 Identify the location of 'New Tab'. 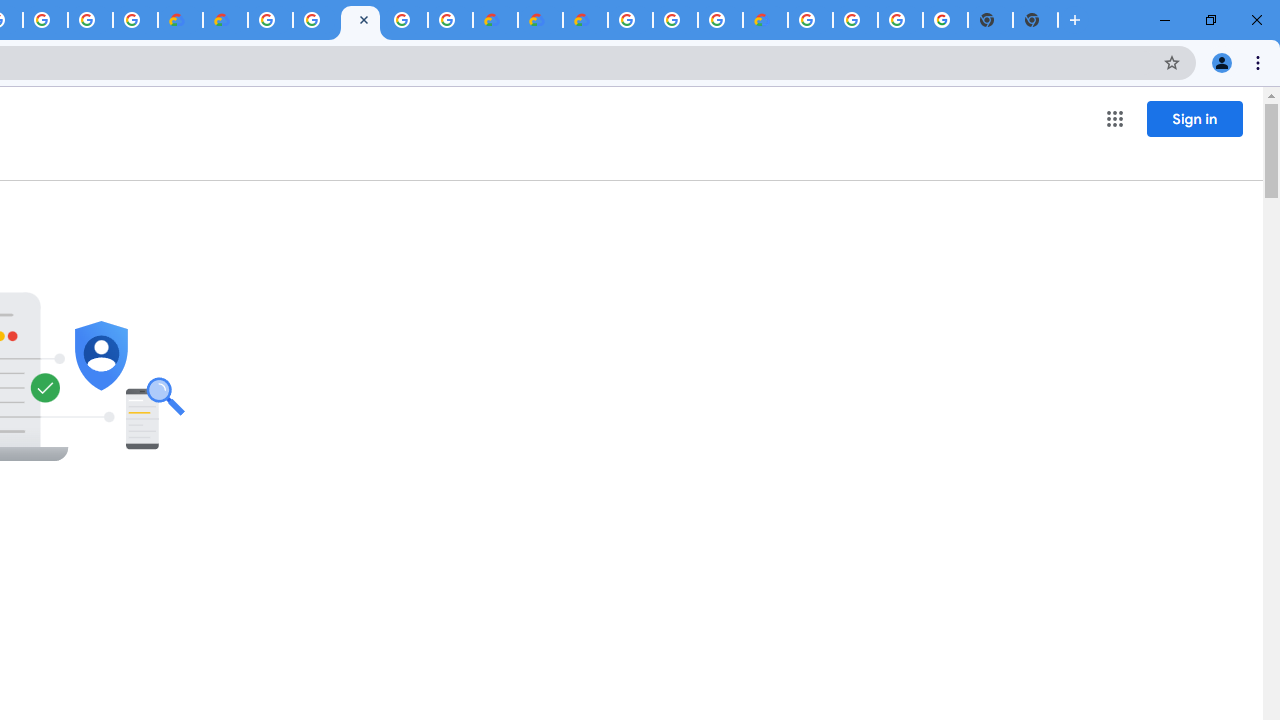
(1035, 20).